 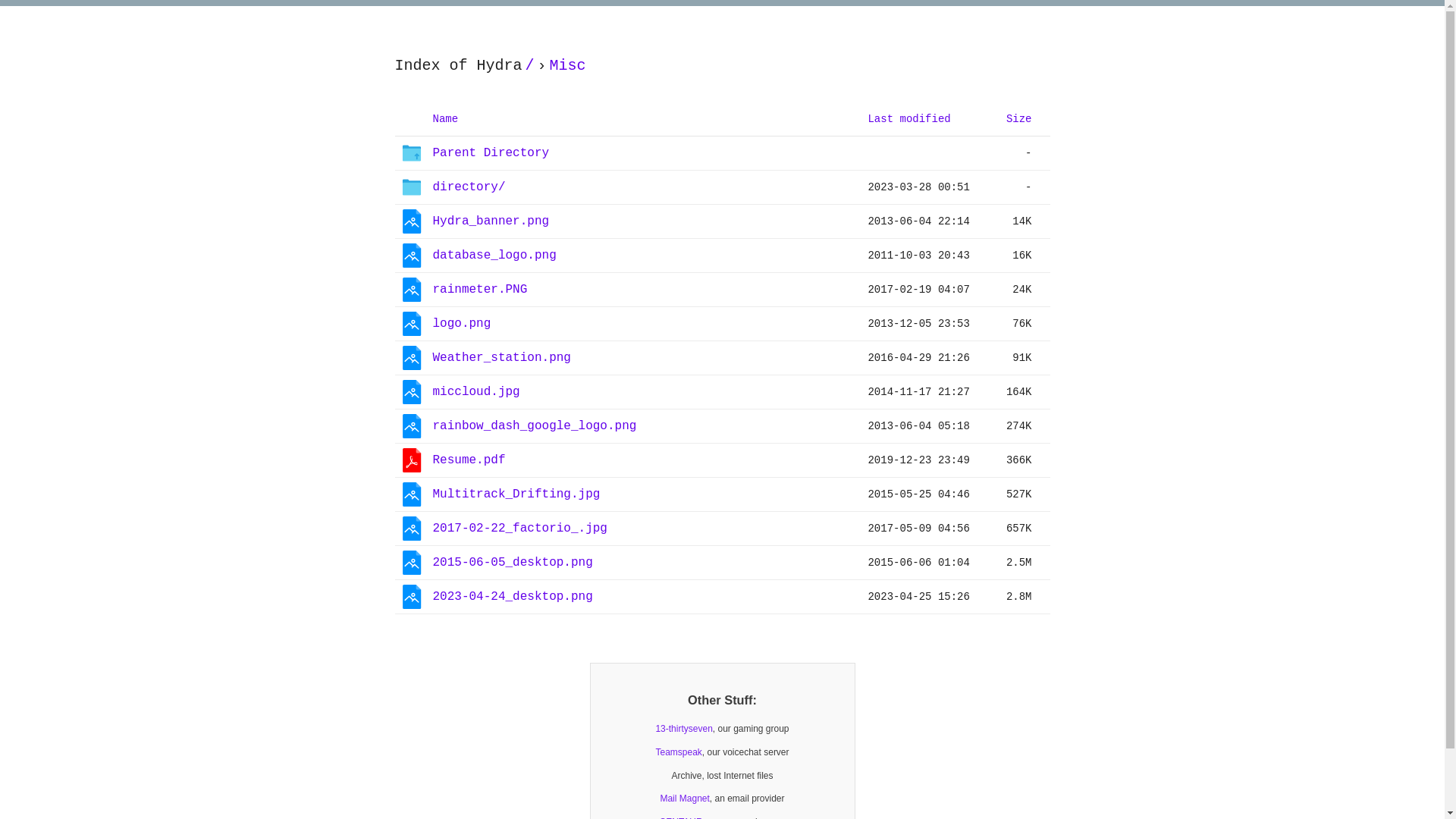 What do you see at coordinates (468, 460) in the screenshot?
I see `'Resume.pdf'` at bounding box center [468, 460].